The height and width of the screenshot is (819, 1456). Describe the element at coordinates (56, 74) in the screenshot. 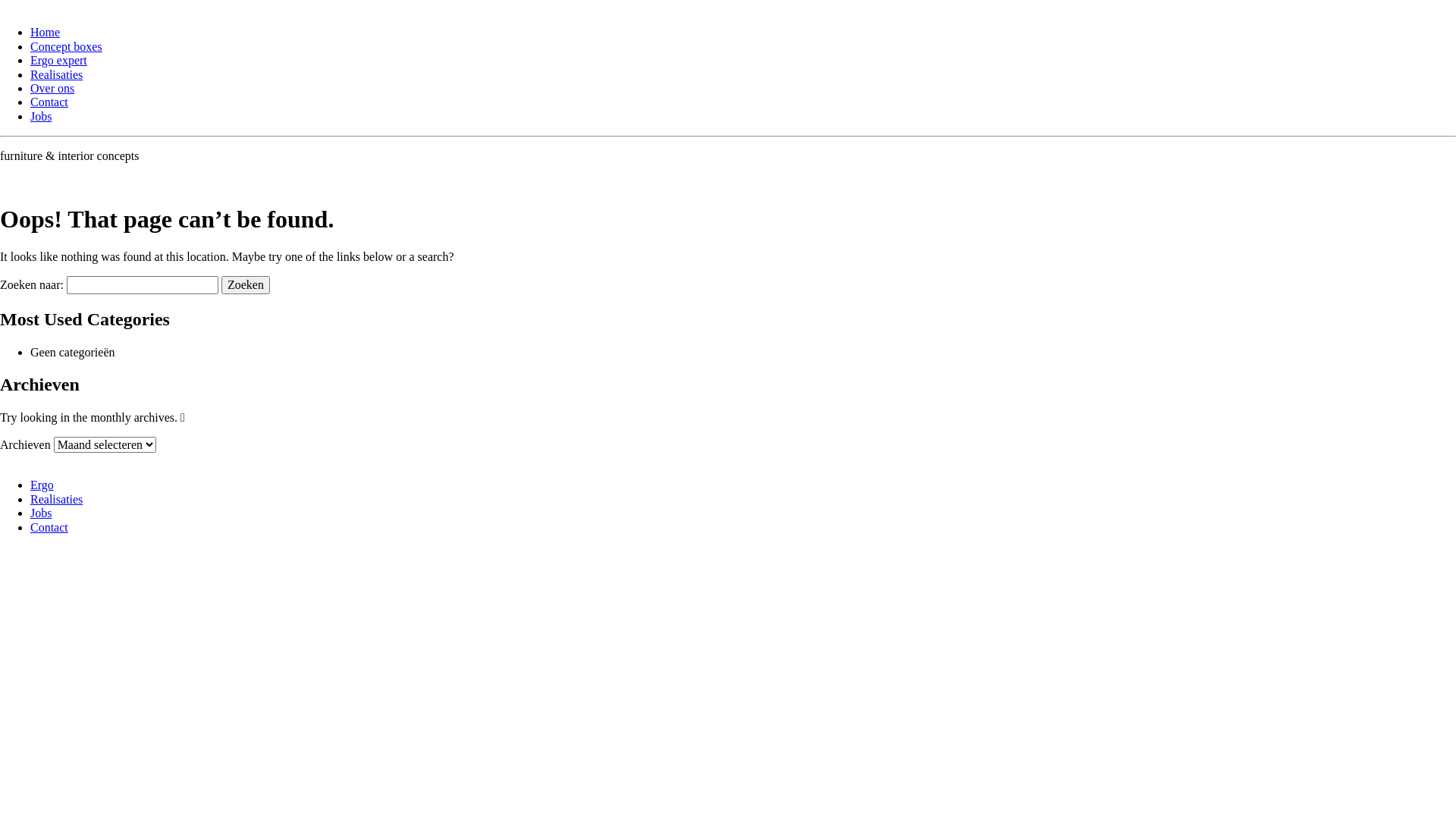

I see `'Realisaties'` at that location.